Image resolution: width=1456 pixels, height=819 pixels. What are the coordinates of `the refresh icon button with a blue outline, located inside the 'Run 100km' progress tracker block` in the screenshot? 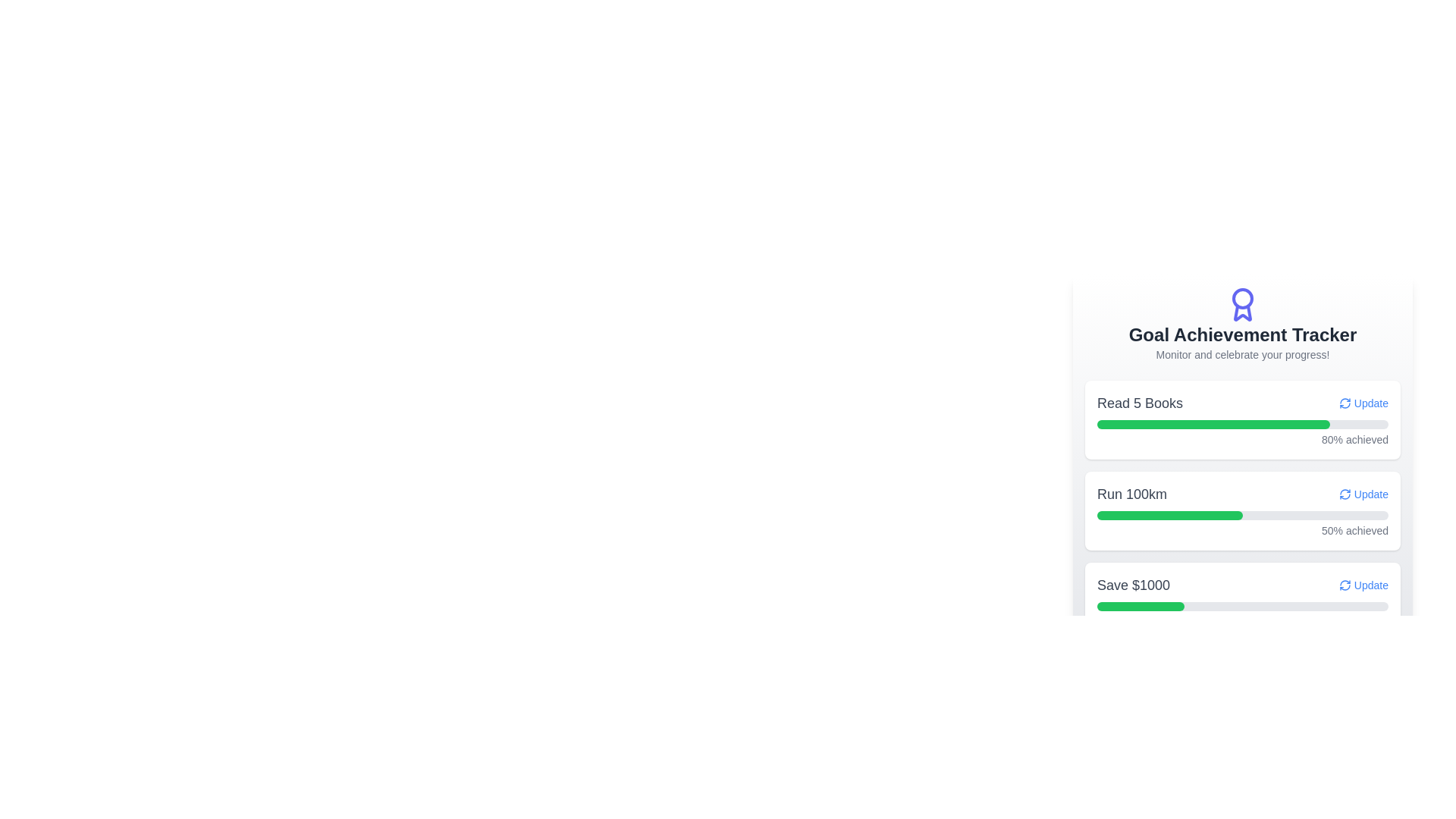 It's located at (1345, 494).